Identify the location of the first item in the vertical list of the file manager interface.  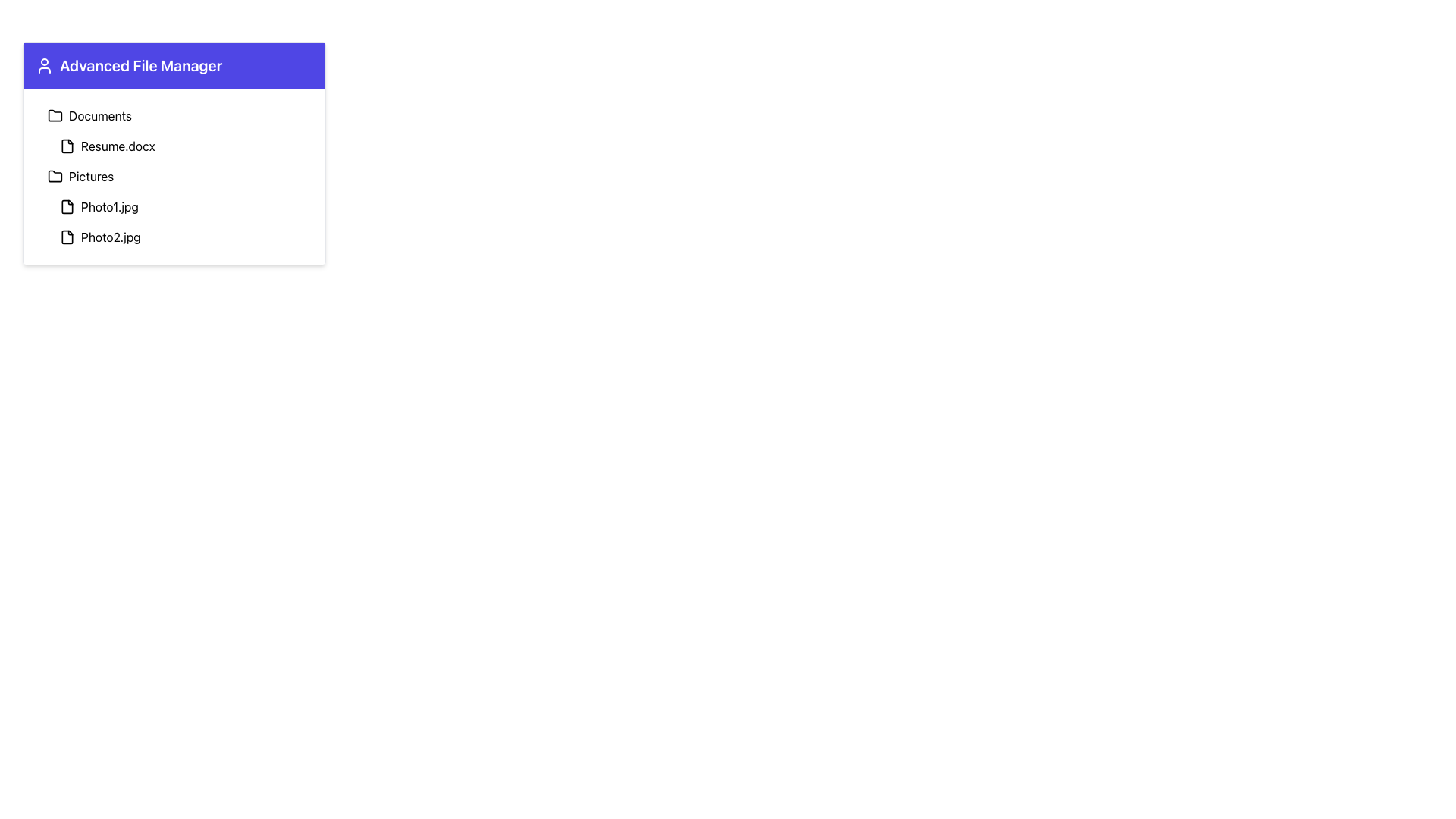
(174, 115).